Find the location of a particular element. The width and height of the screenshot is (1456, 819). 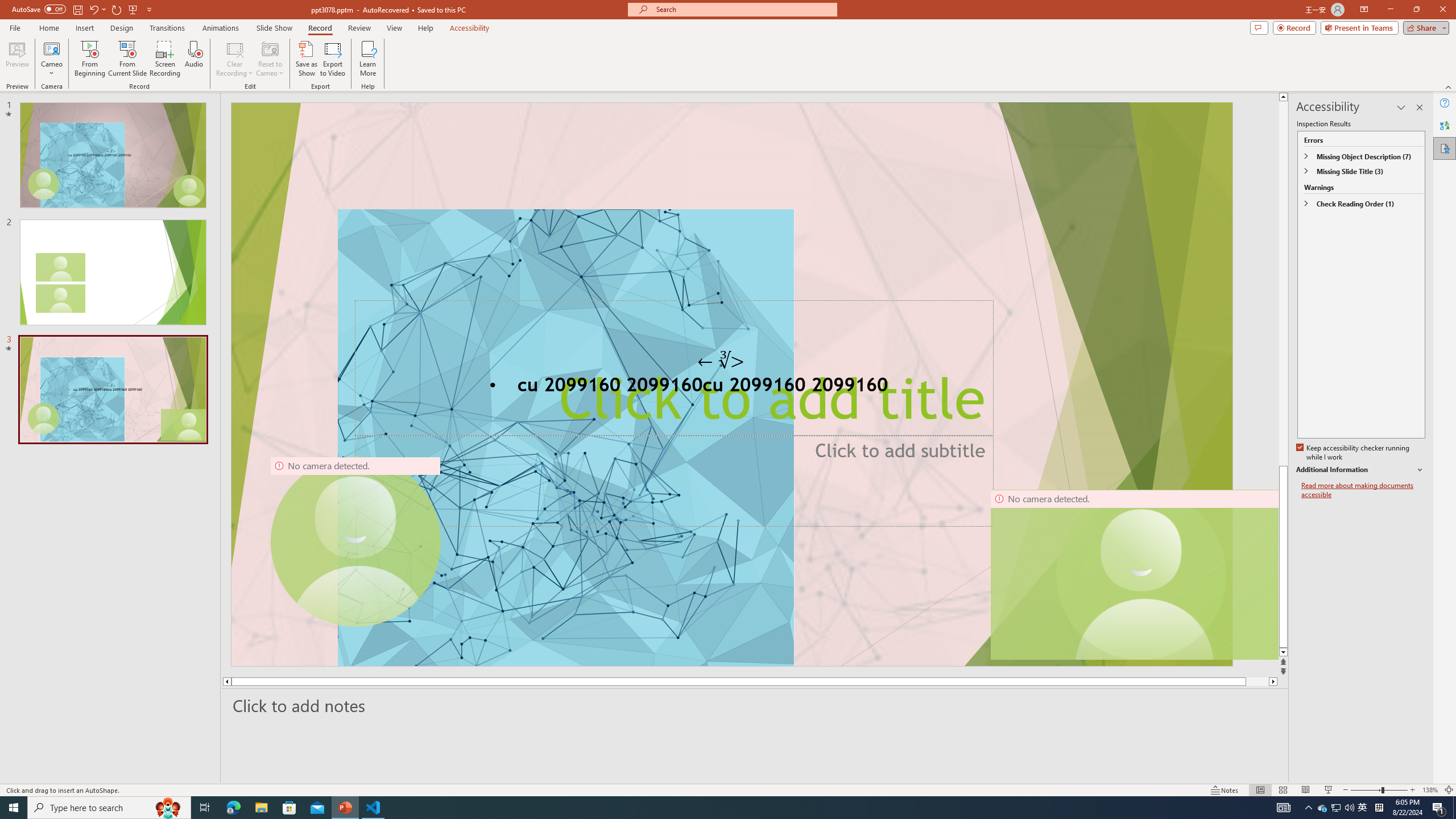

'Camera 11, No camera detected.' is located at coordinates (1141, 574).